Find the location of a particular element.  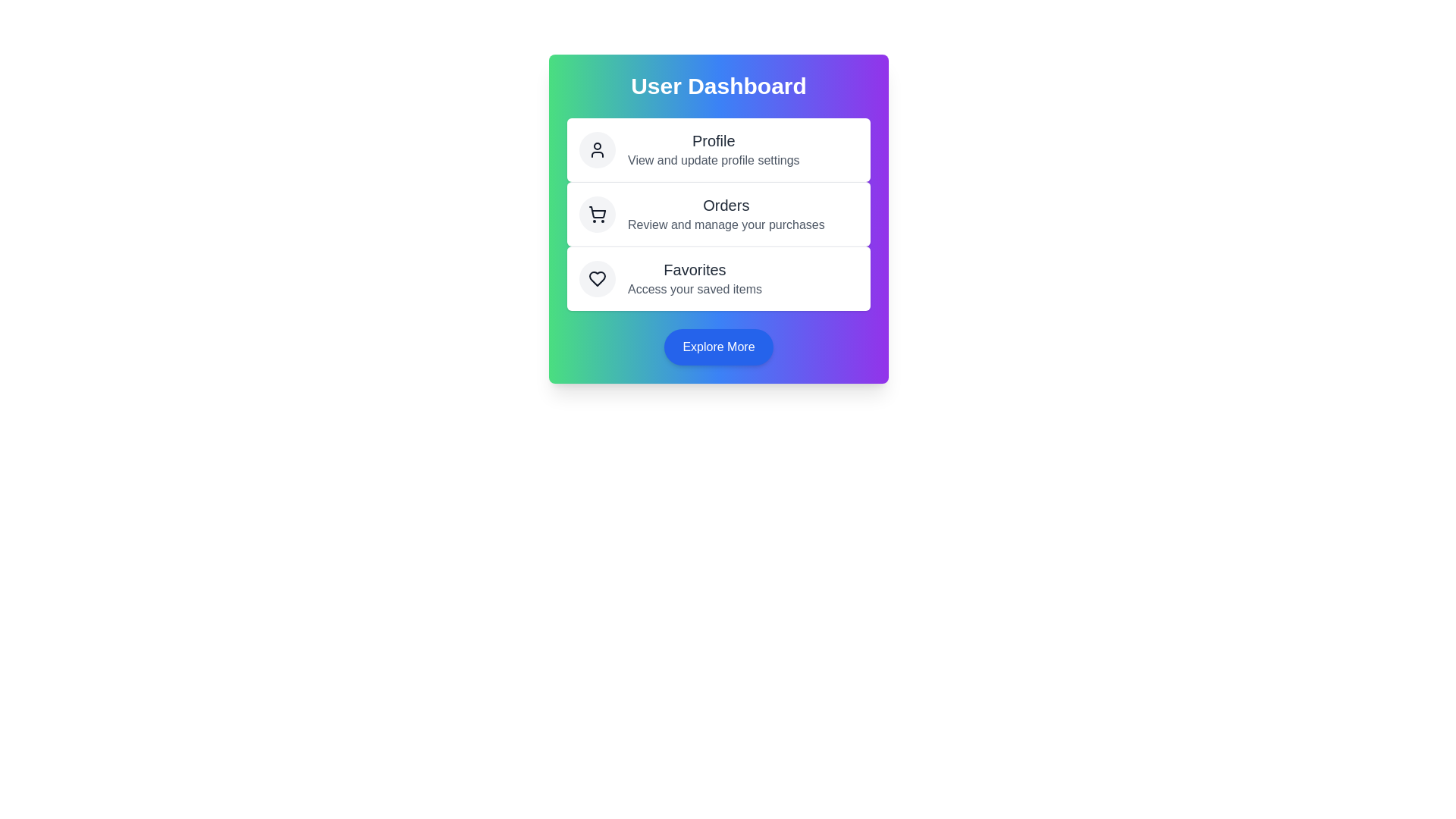

the action Orders to observe the hover effect is located at coordinates (718, 213).